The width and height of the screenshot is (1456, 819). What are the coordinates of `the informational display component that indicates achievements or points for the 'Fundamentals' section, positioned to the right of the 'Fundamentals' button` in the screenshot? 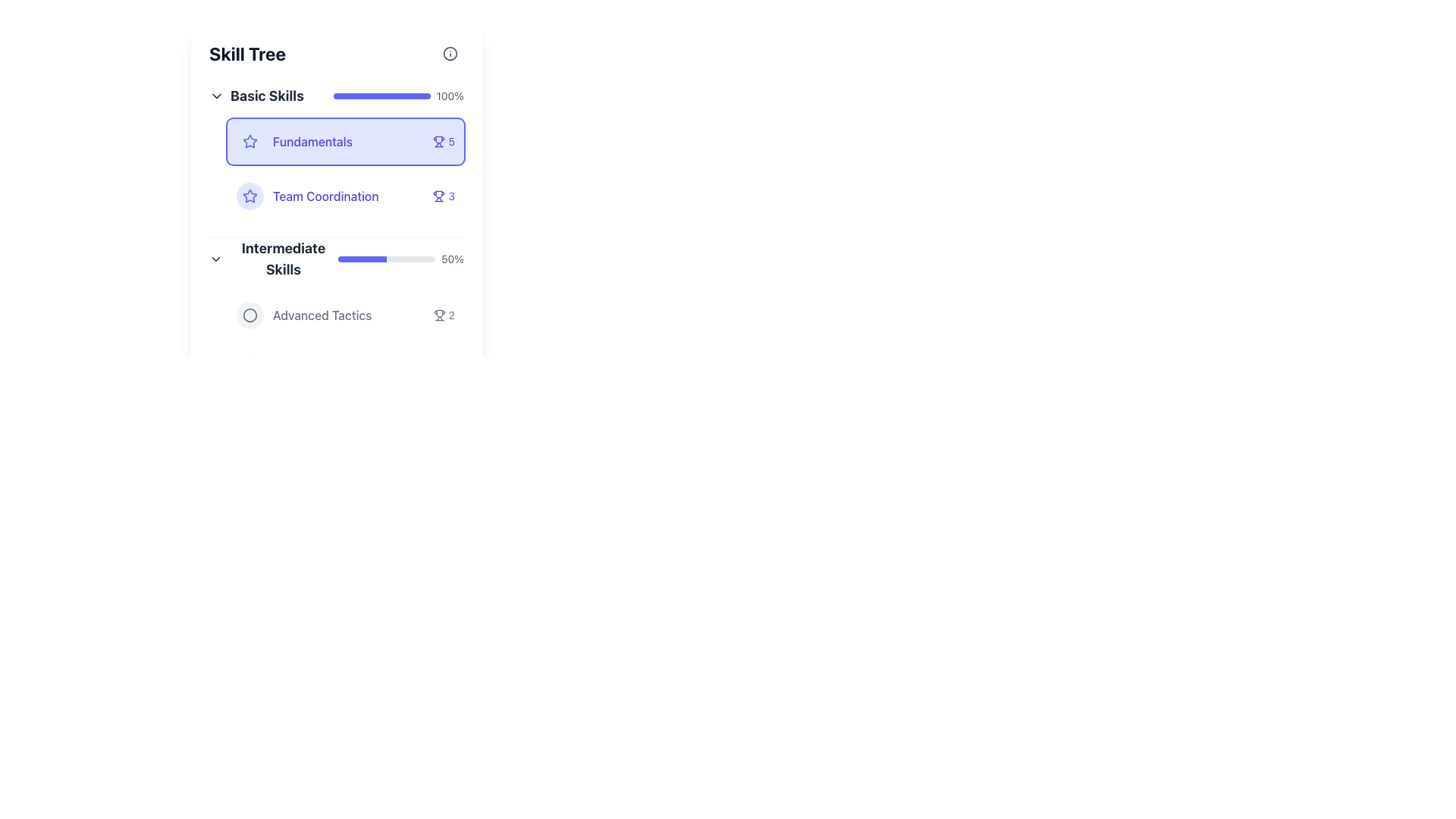 It's located at (443, 141).